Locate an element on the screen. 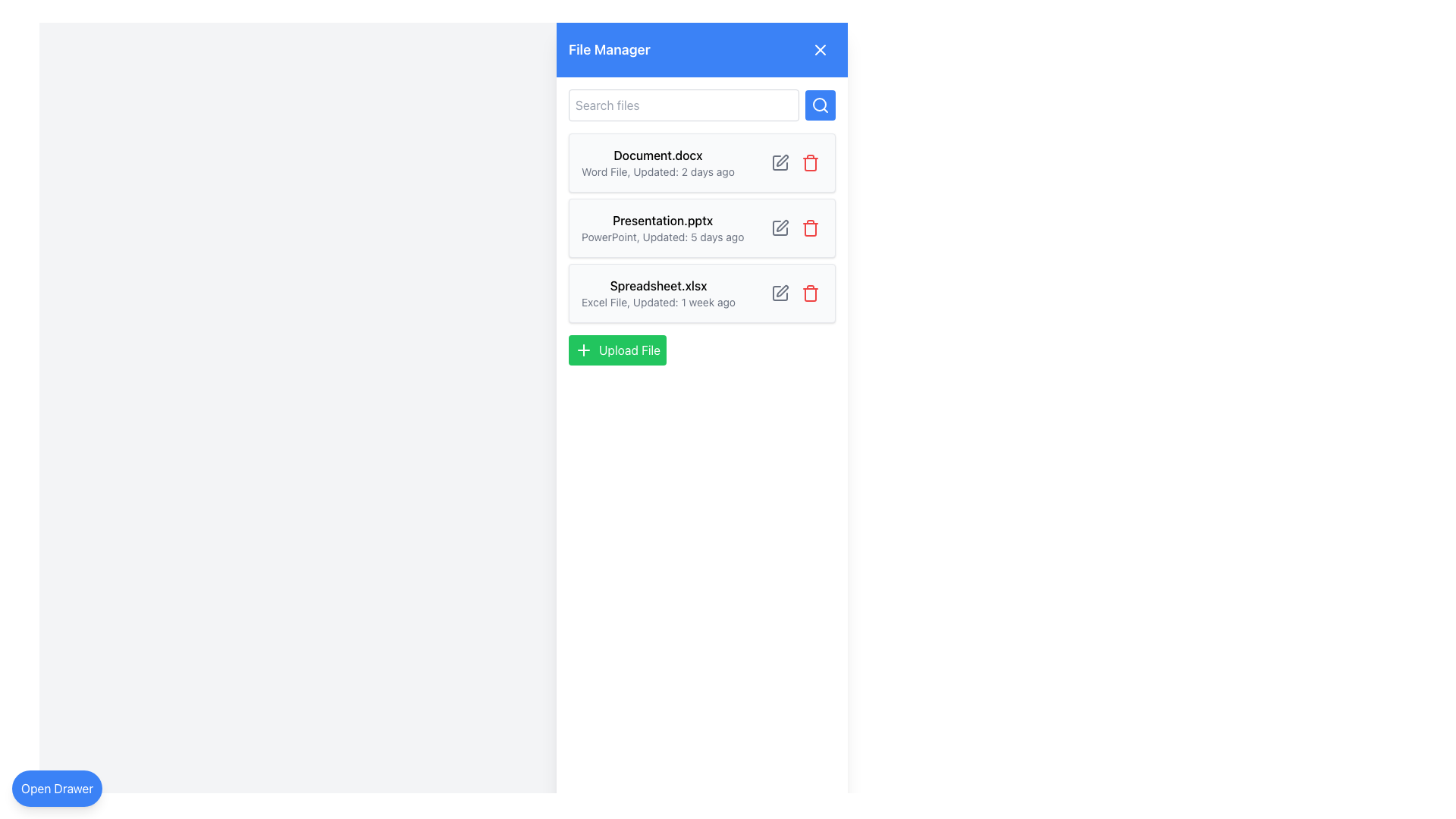 The width and height of the screenshot is (1456, 819). the icon button located to the right of the 'Spreadsheet.xlsx' file entry in the 'File Manager' interface is located at coordinates (780, 293).